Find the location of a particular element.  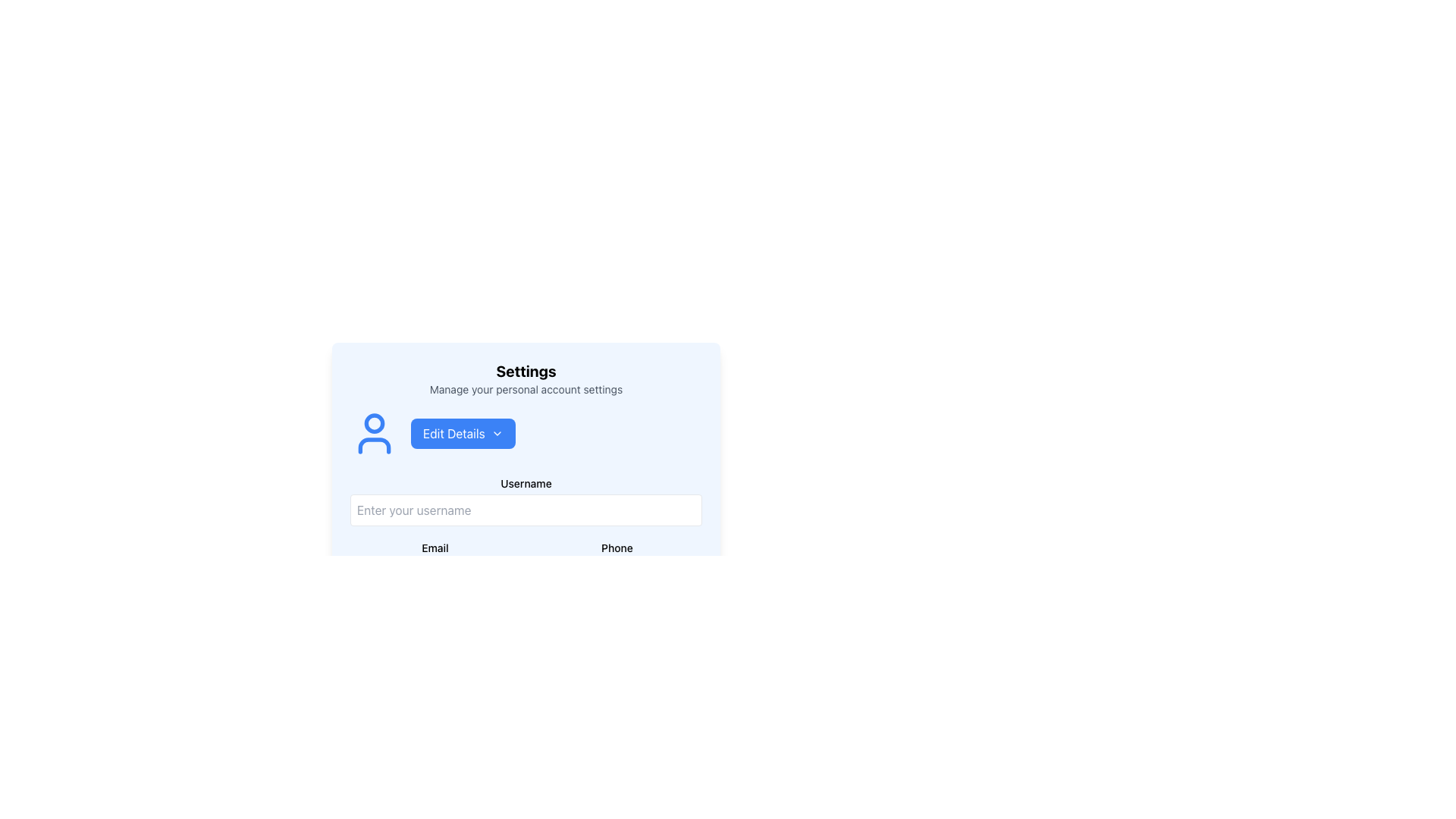

the graphical decoration that resembles the lower portion of a silhouette icon, styled in a minimal, line-based design, located below the circular part of the silhouette icon is located at coordinates (375, 444).